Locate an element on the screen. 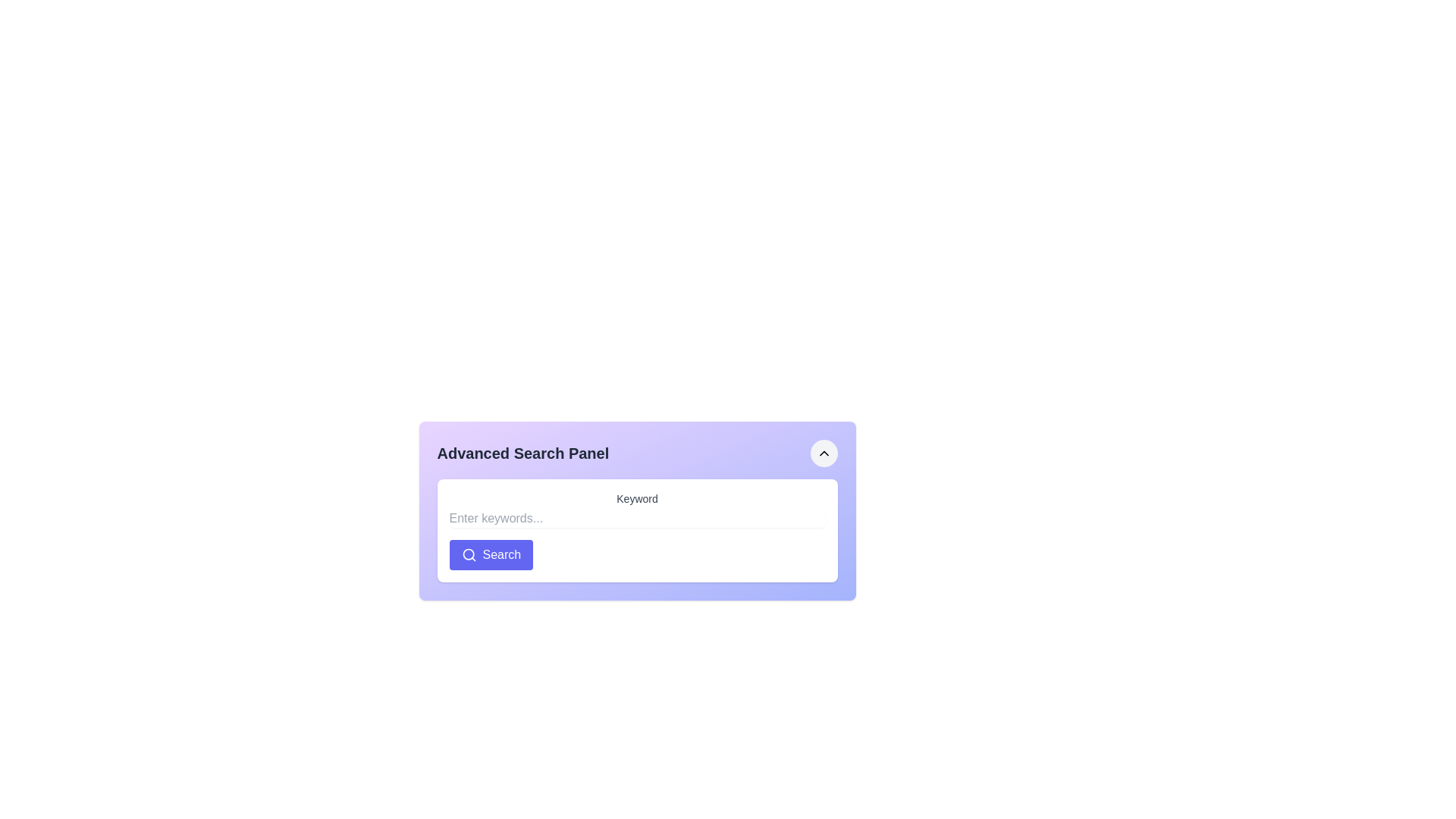  the chevron up icon within the button located at the top-right corner of the Advanced Search Panel is located at coordinates (823, 452).